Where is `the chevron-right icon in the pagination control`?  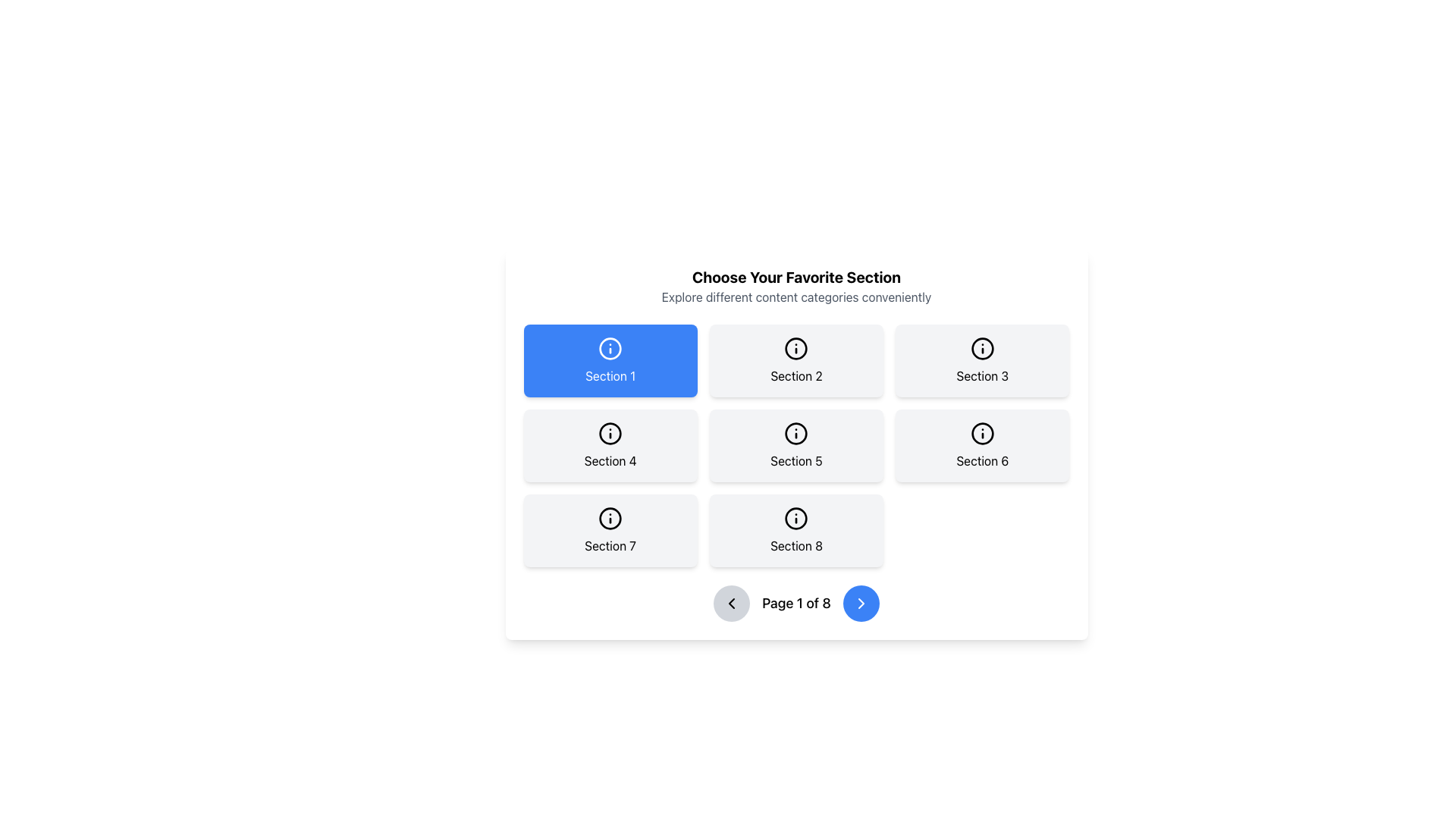
the chevron-right icon in the pagination control is located at coordinates (861, 602).